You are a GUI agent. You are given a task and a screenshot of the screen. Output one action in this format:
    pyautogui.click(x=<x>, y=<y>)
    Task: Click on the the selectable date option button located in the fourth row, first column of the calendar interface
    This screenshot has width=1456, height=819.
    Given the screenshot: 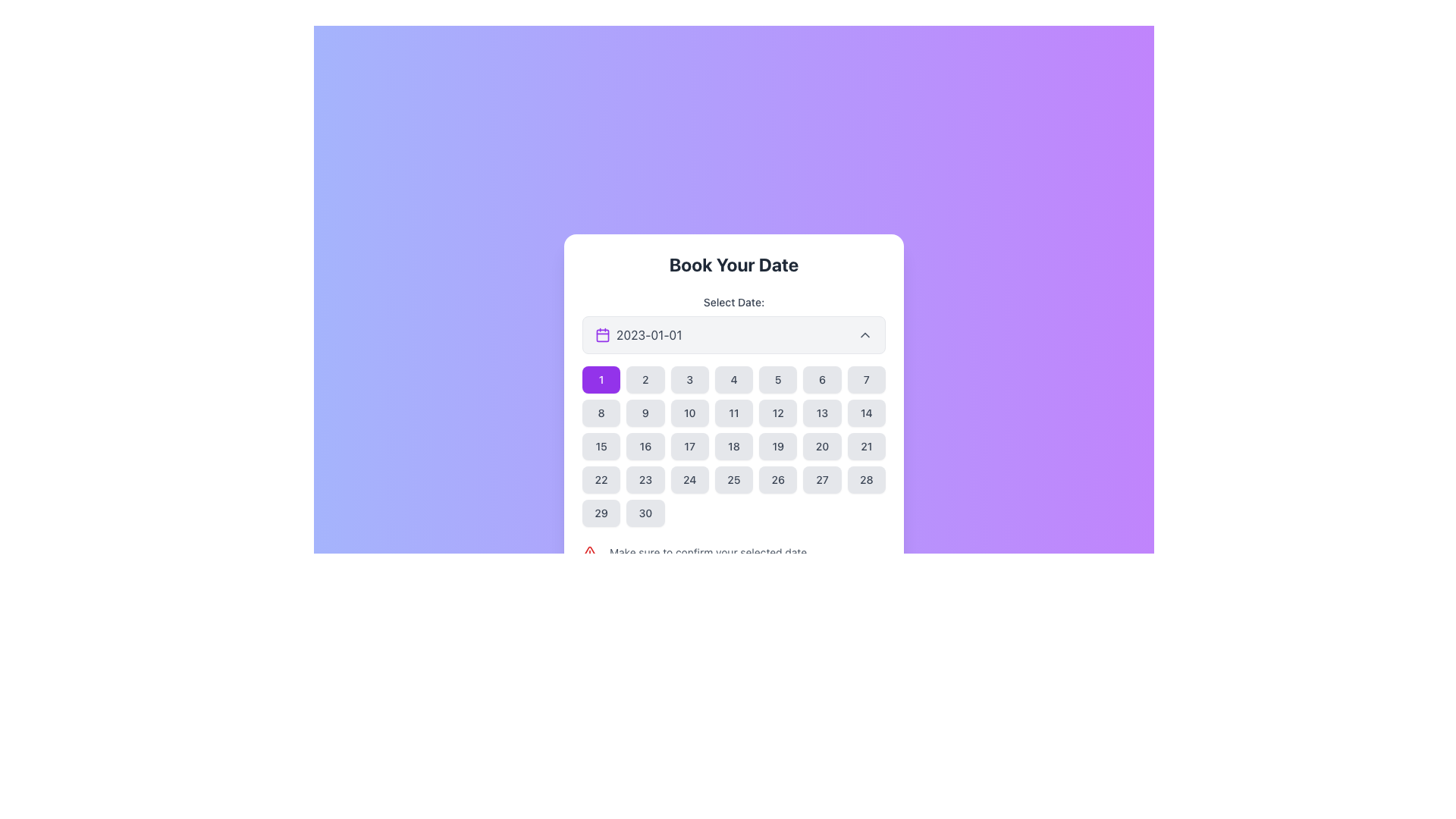 What is the action you would take?
    pyautogui.click(x=601, y=479)
    